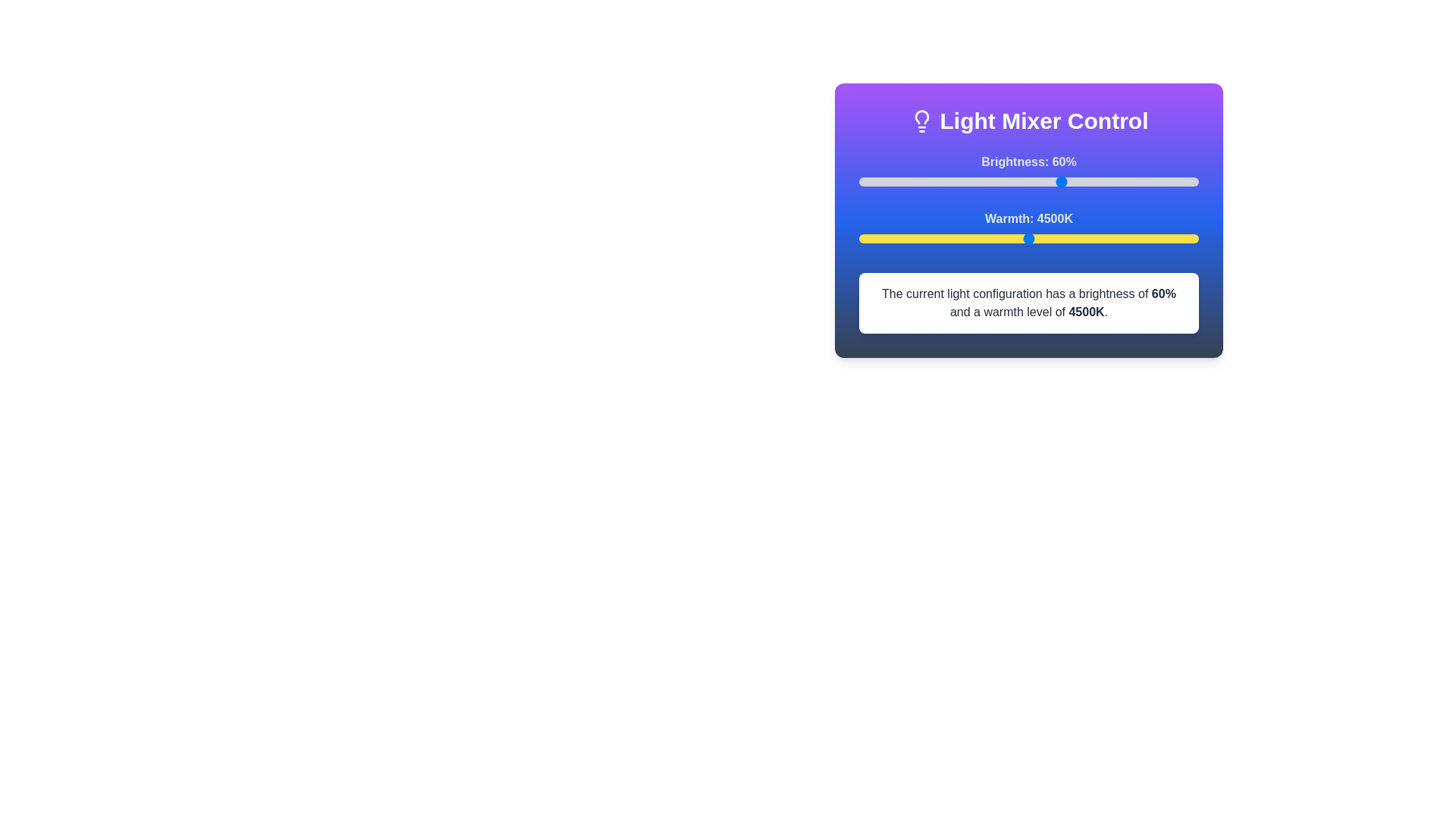 This screenshot has height=819, width=1456. I want to click on the warmth slider to set the warmth level to 5015 K, so click(1063, 239).